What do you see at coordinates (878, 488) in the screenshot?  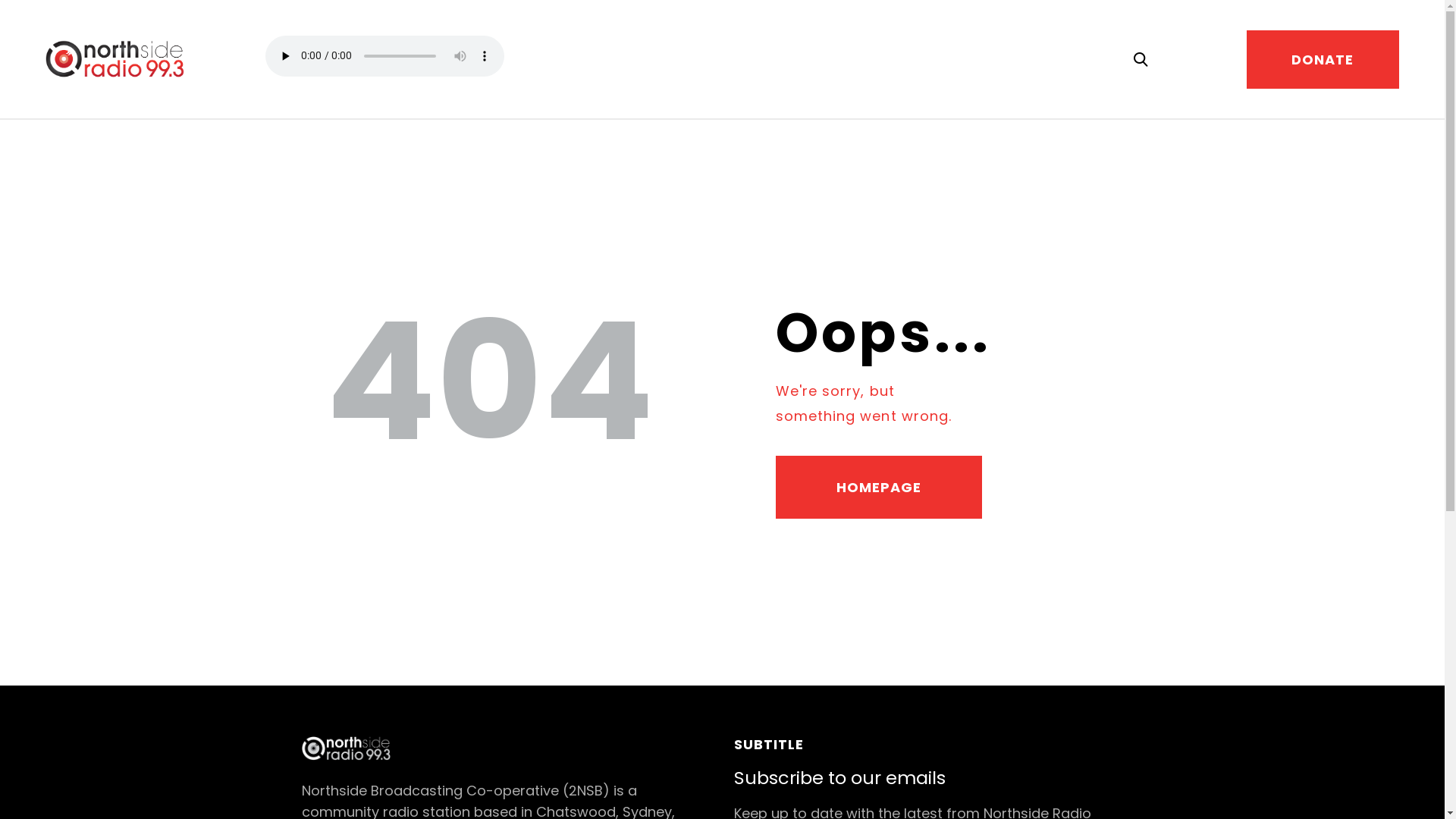 I see `'HOMEPAGE'` at bounding box center [878, 488].